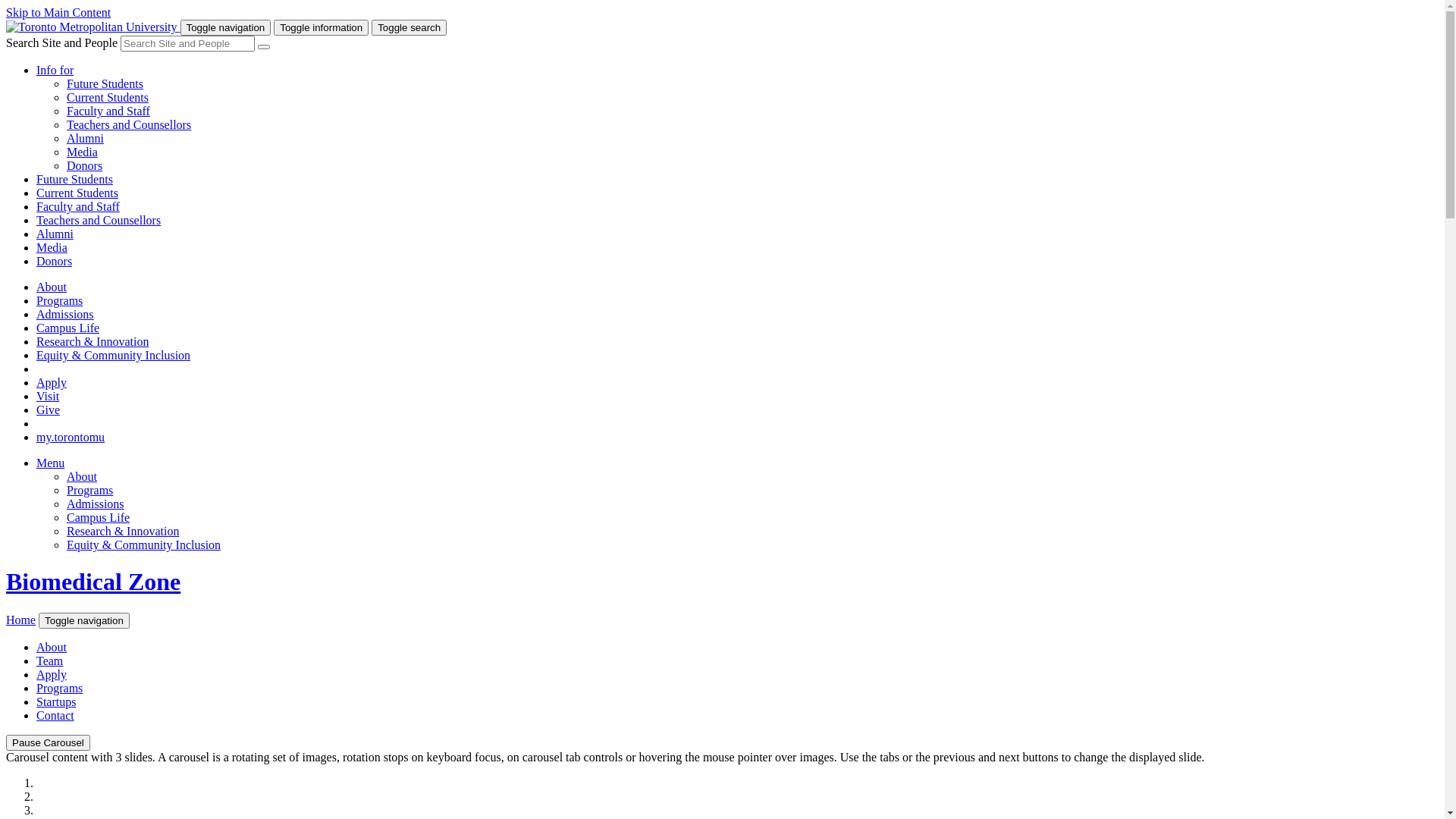  I want to click on 'Home', so click(20, 620).